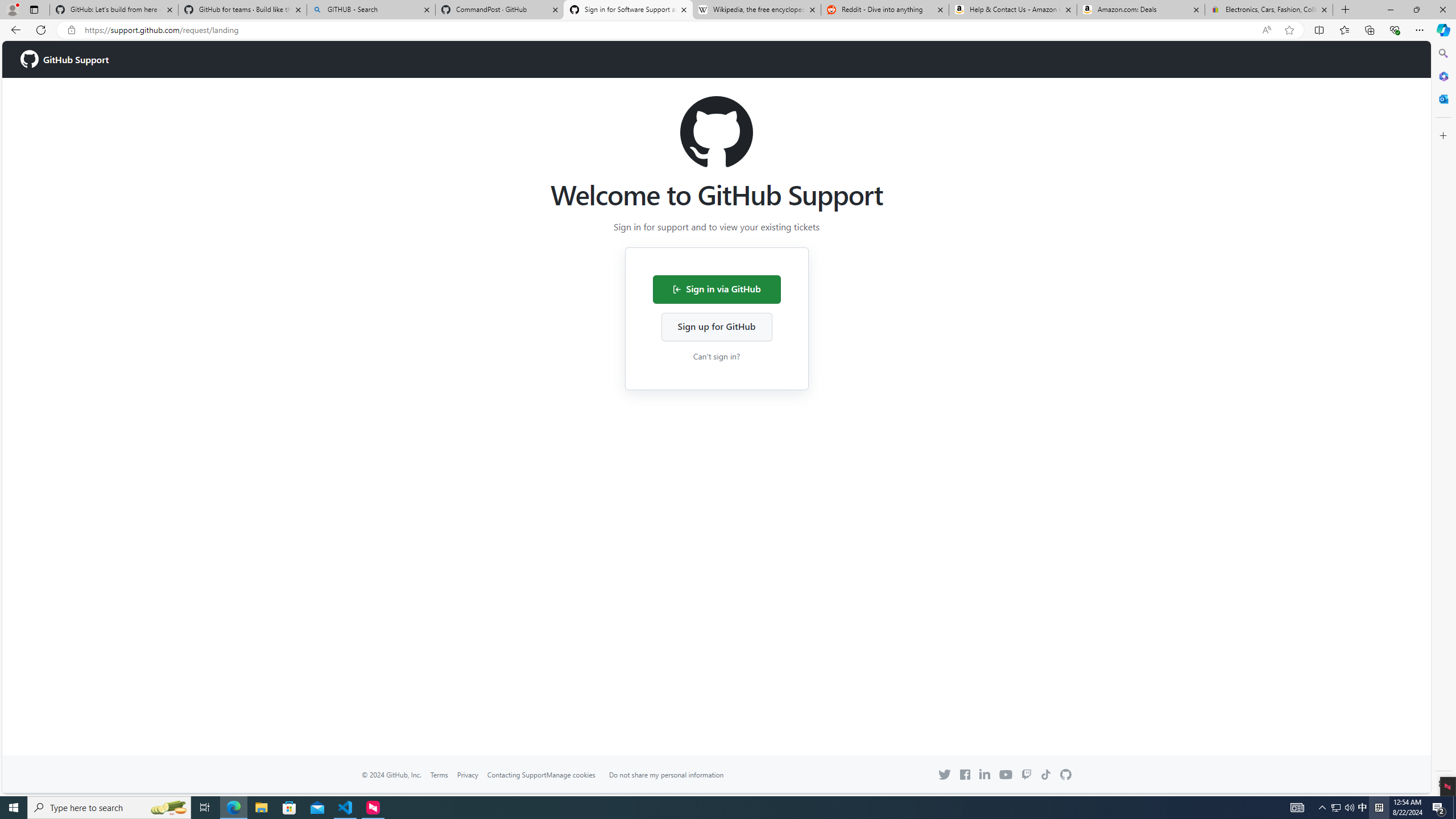 The height and width of the screenshot is (819, 1456). I want to click on 'Class: mr-3', so click(964, 775).